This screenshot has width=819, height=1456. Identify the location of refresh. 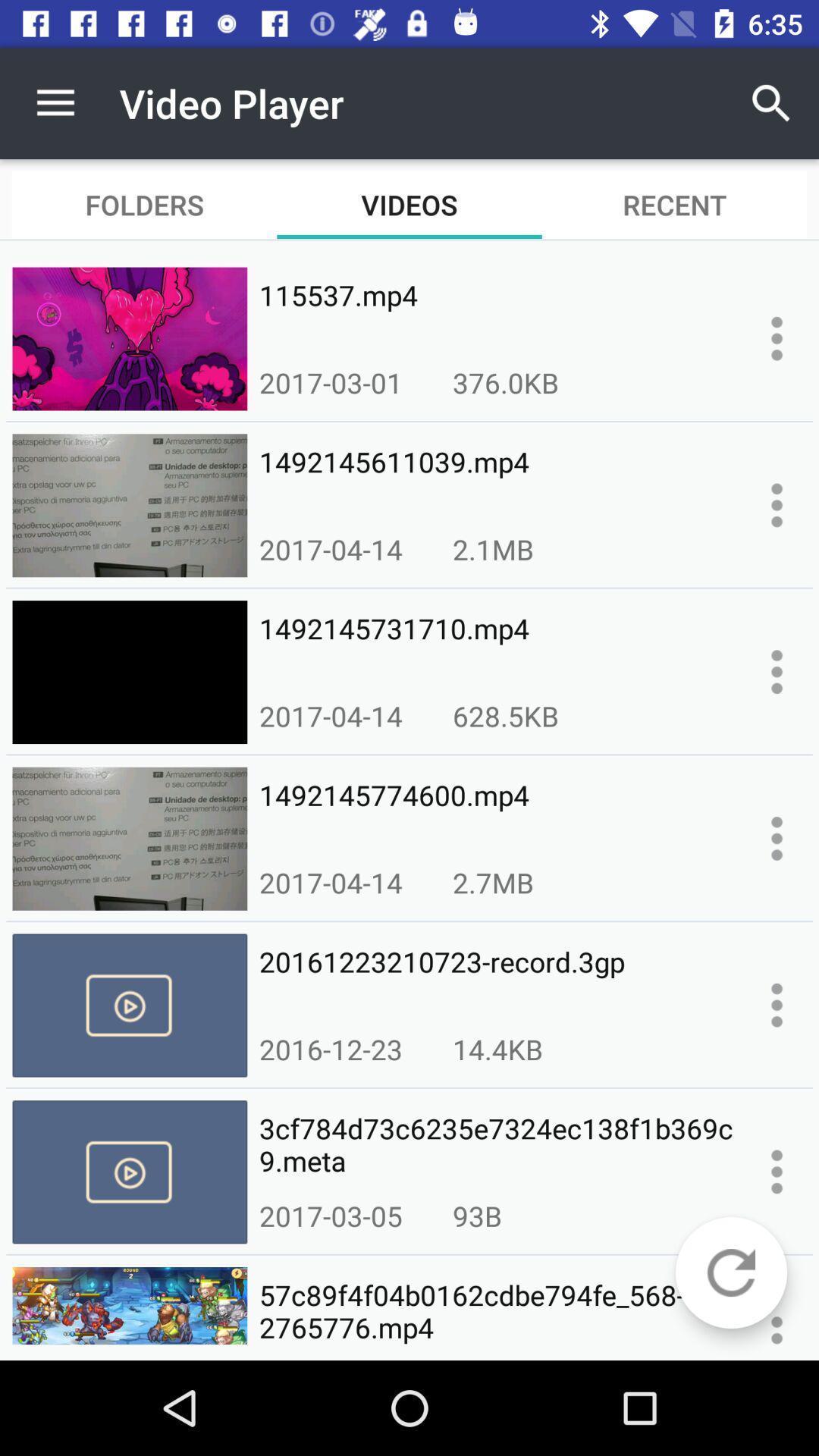
(730, 1272).